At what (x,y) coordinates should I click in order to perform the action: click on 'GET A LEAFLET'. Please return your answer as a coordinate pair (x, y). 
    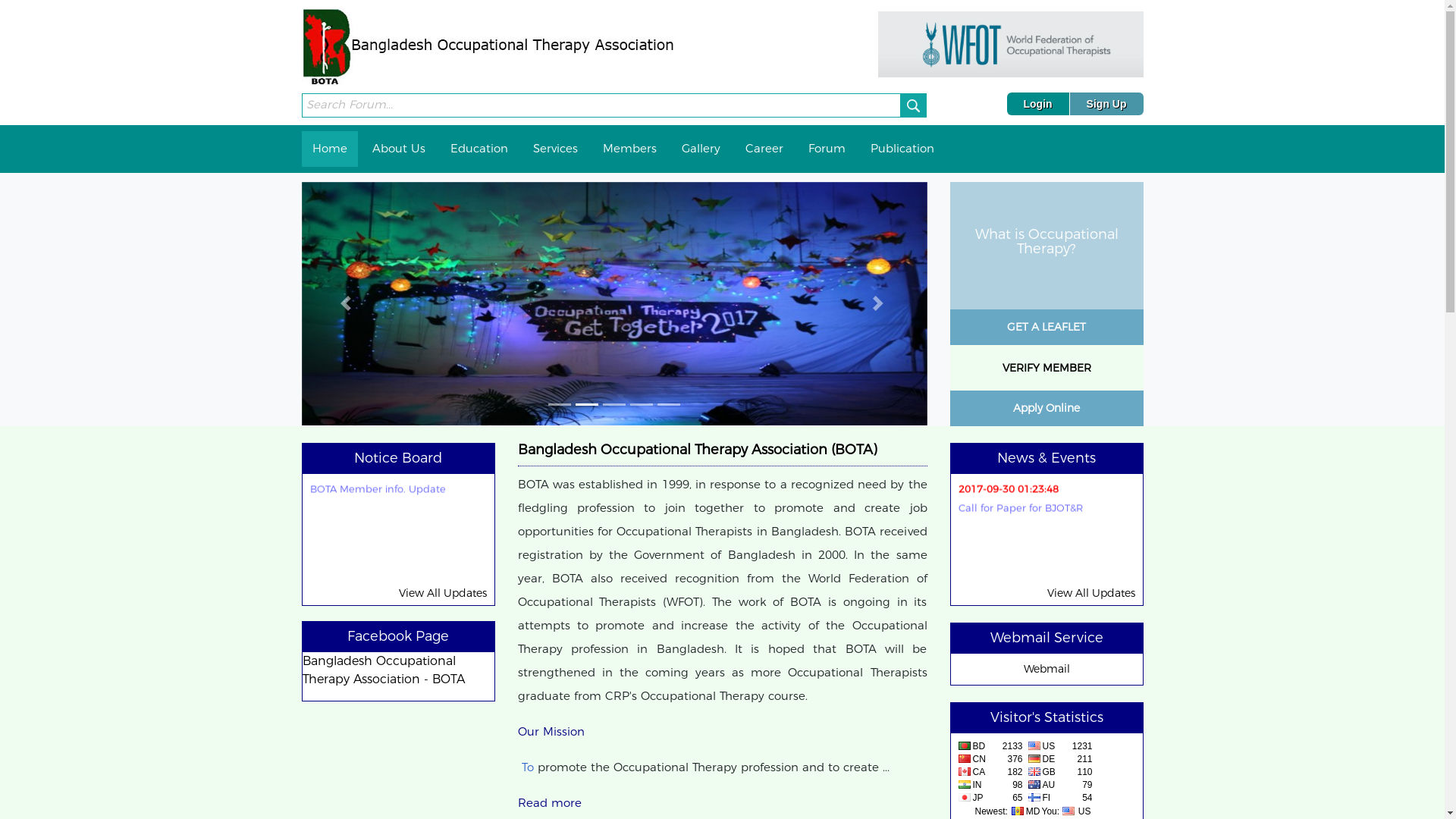
    Looking at the image, I should click on (1045, 323).